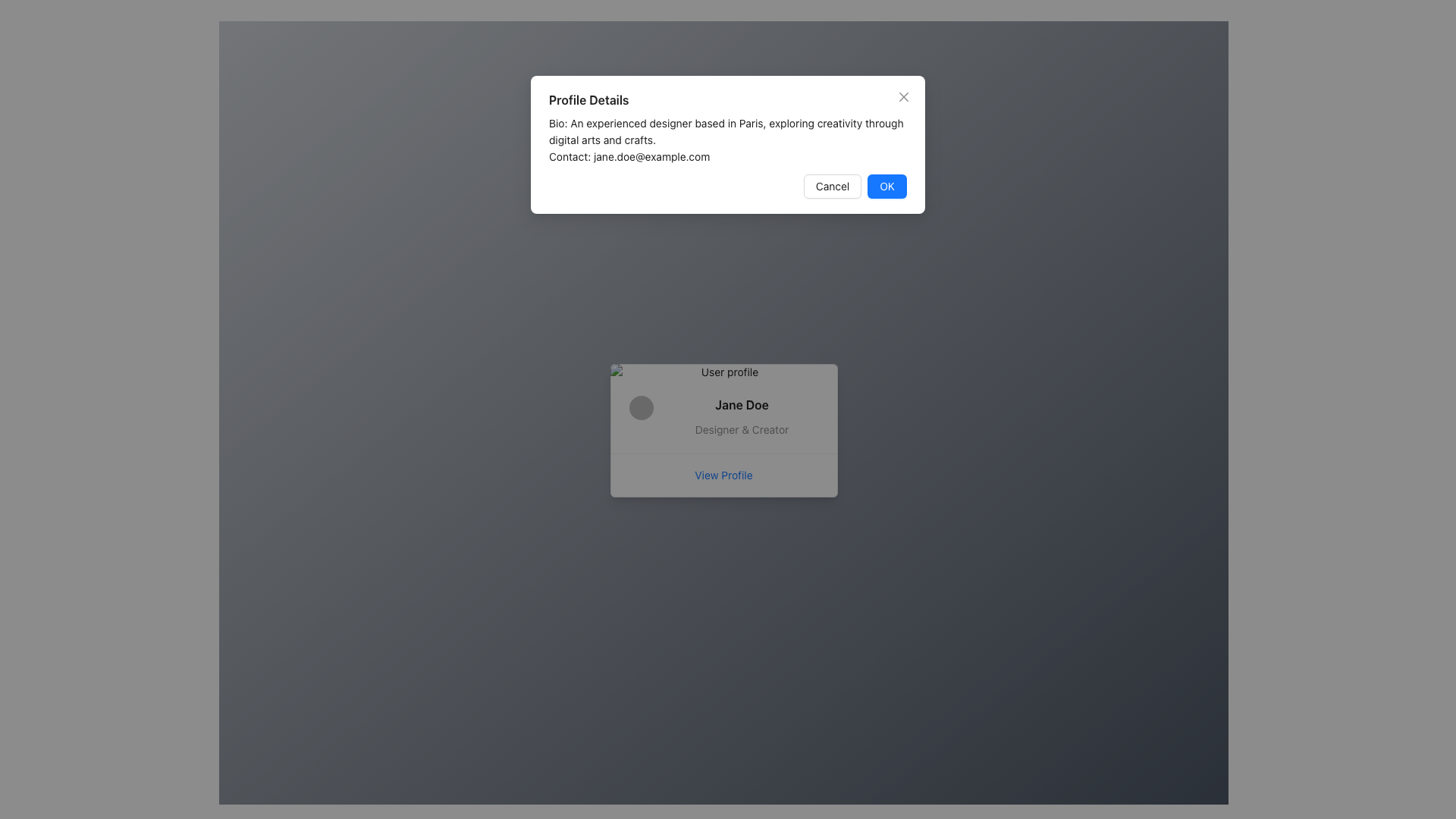  I want to click on displayed name and designation from the text display component located centrally within the user profile card, positioned below the avatar image and above the 'View Profile' link, so click(723, 416).